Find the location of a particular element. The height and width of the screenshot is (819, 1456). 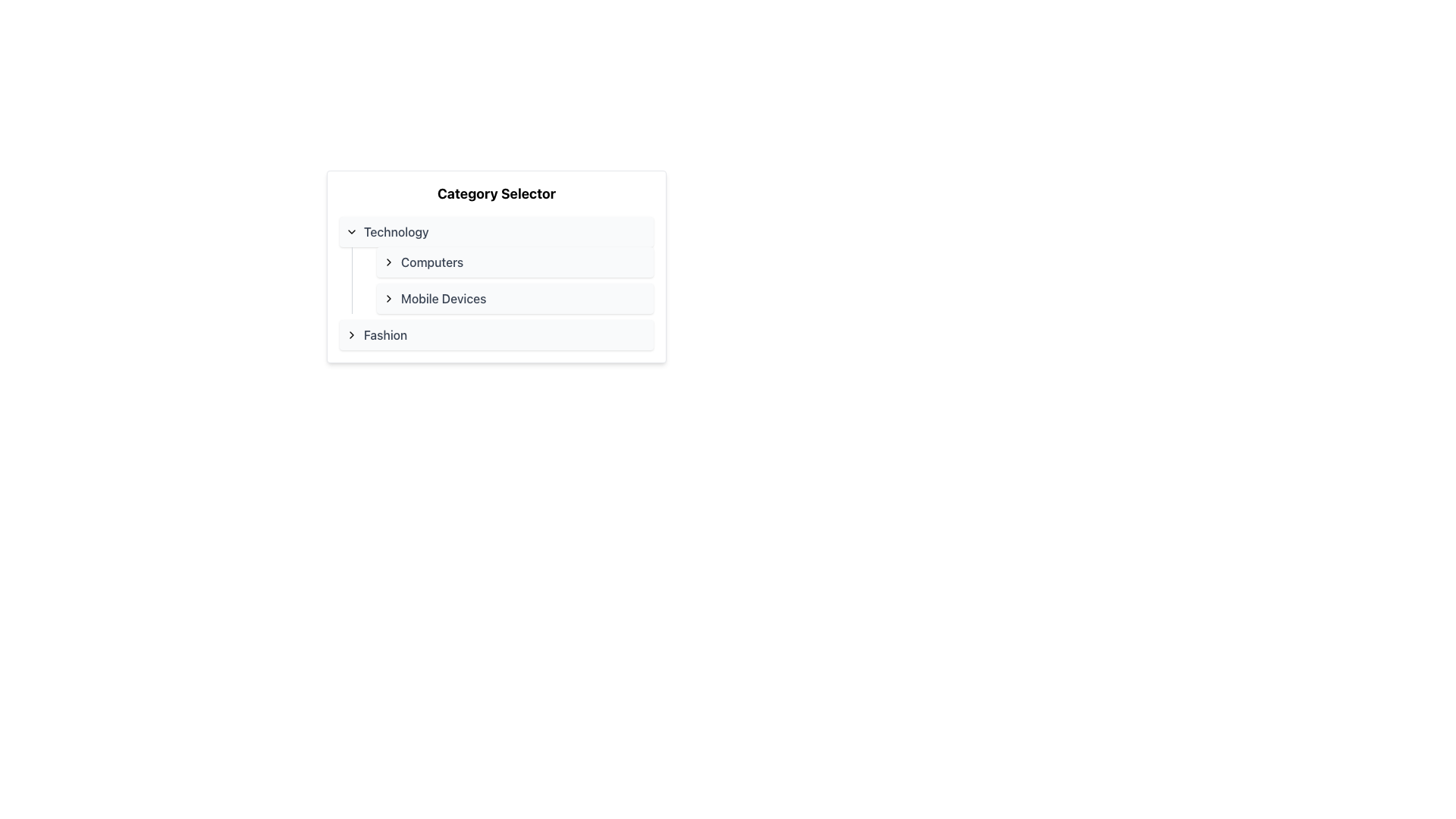

the text label displaying 'Computers' located within the 'Technology' category menu, positioned to the right of the arrow icon is located at coordinates (431, 262).